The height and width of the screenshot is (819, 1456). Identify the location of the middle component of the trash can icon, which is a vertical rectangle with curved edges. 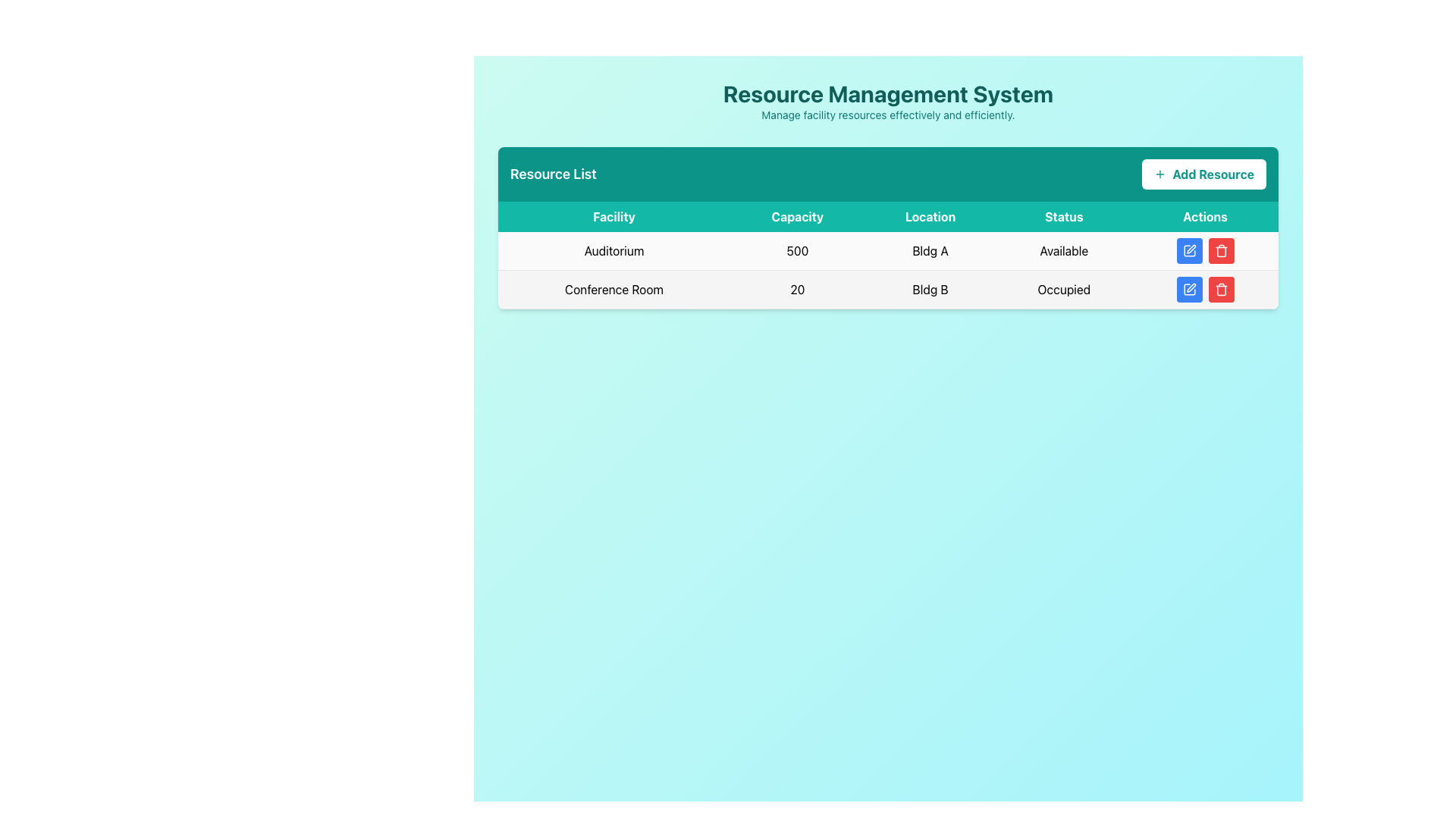
(1221, 251).